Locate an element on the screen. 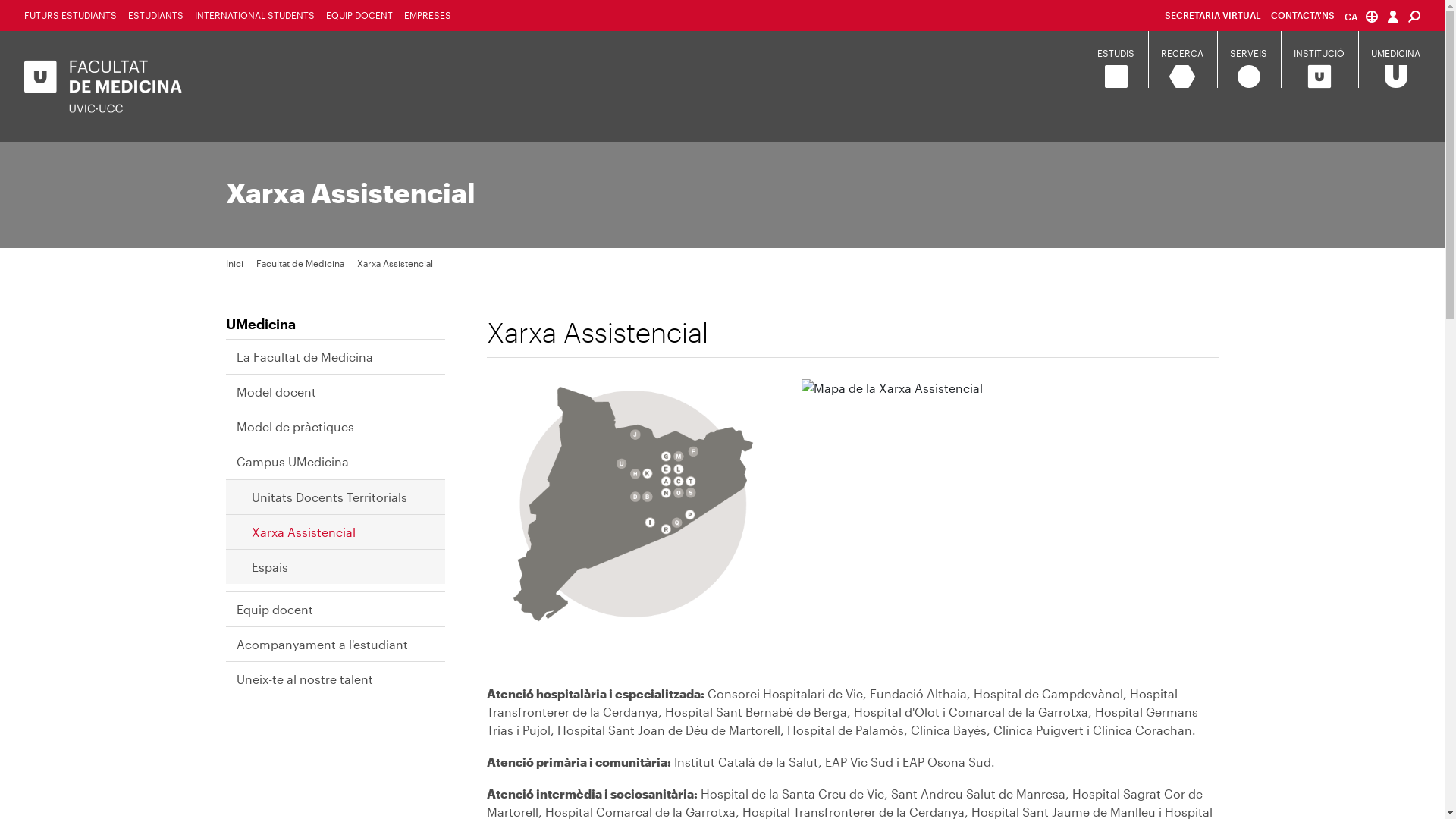 This screenshot has height=819, width=1456. 'EQUIP DOCENT' is located at coordinates (359, 14).